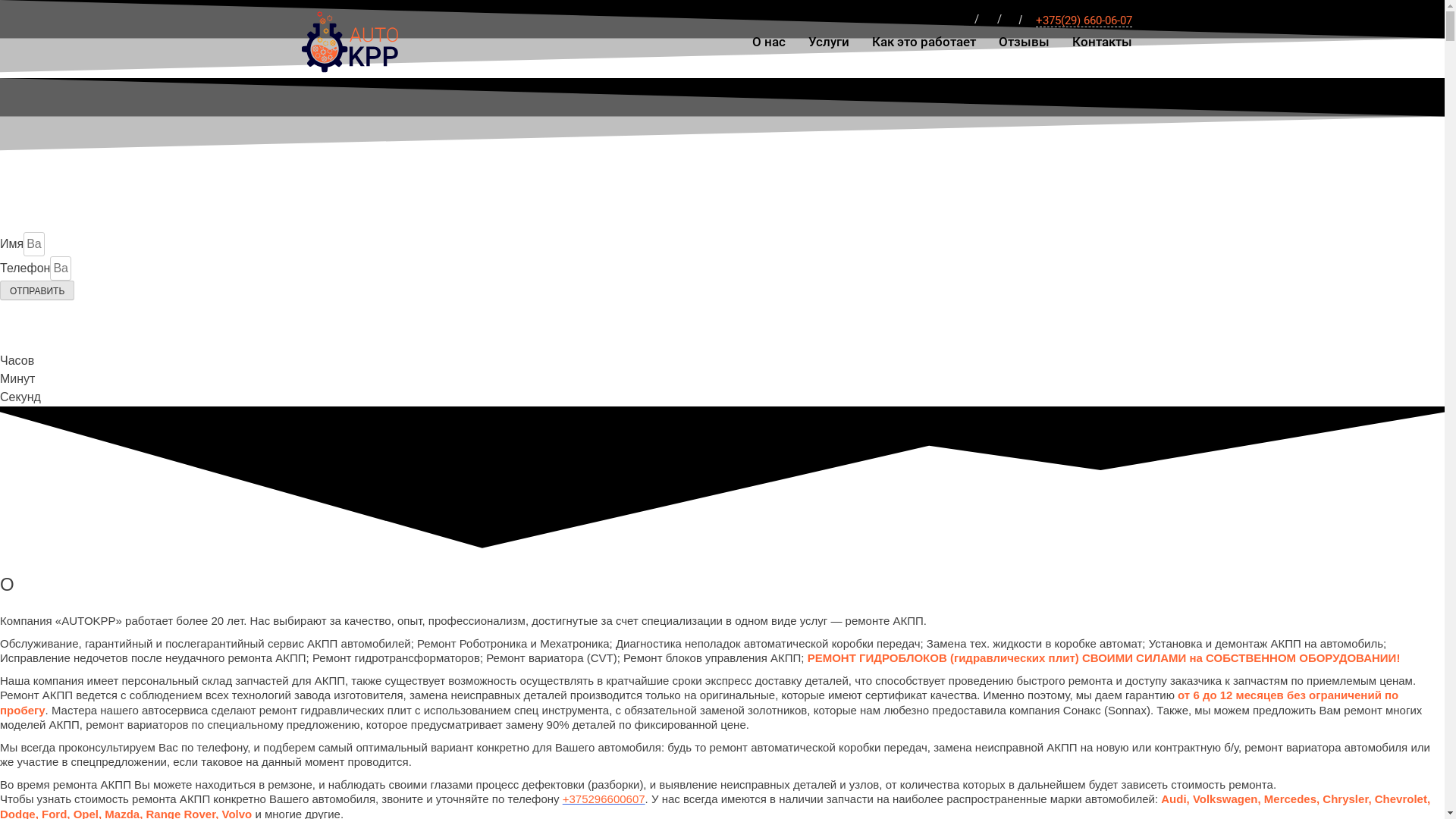 This screenshot has width=1456, height=819. What do you see at coordinates (603, 798) in the screenshot?
I see `'+375296600607'` at bounding box center [603, 798].